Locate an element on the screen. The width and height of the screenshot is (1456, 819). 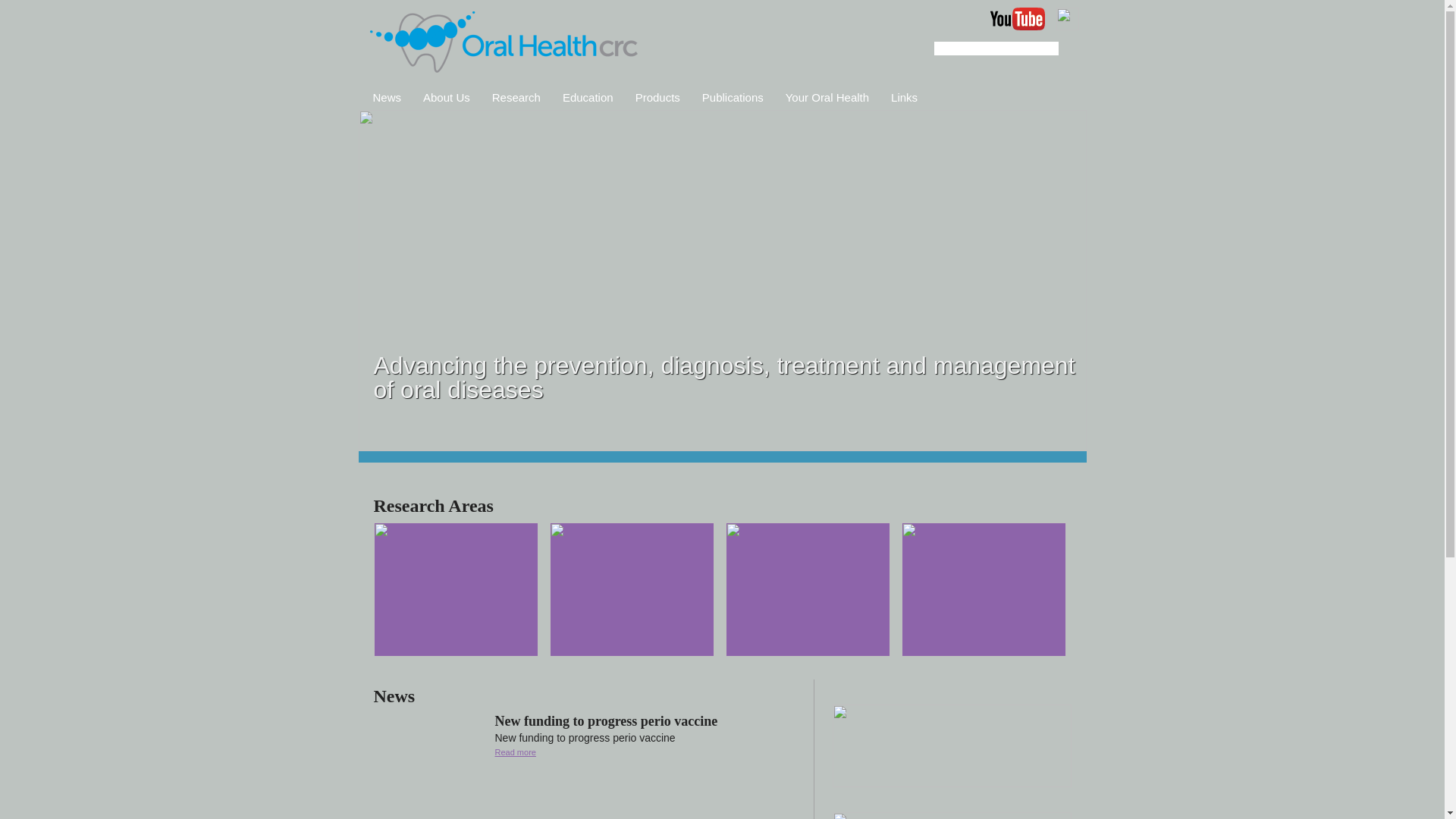
'New funding to progress perio vaccine' is located at coordinates (604, 720).